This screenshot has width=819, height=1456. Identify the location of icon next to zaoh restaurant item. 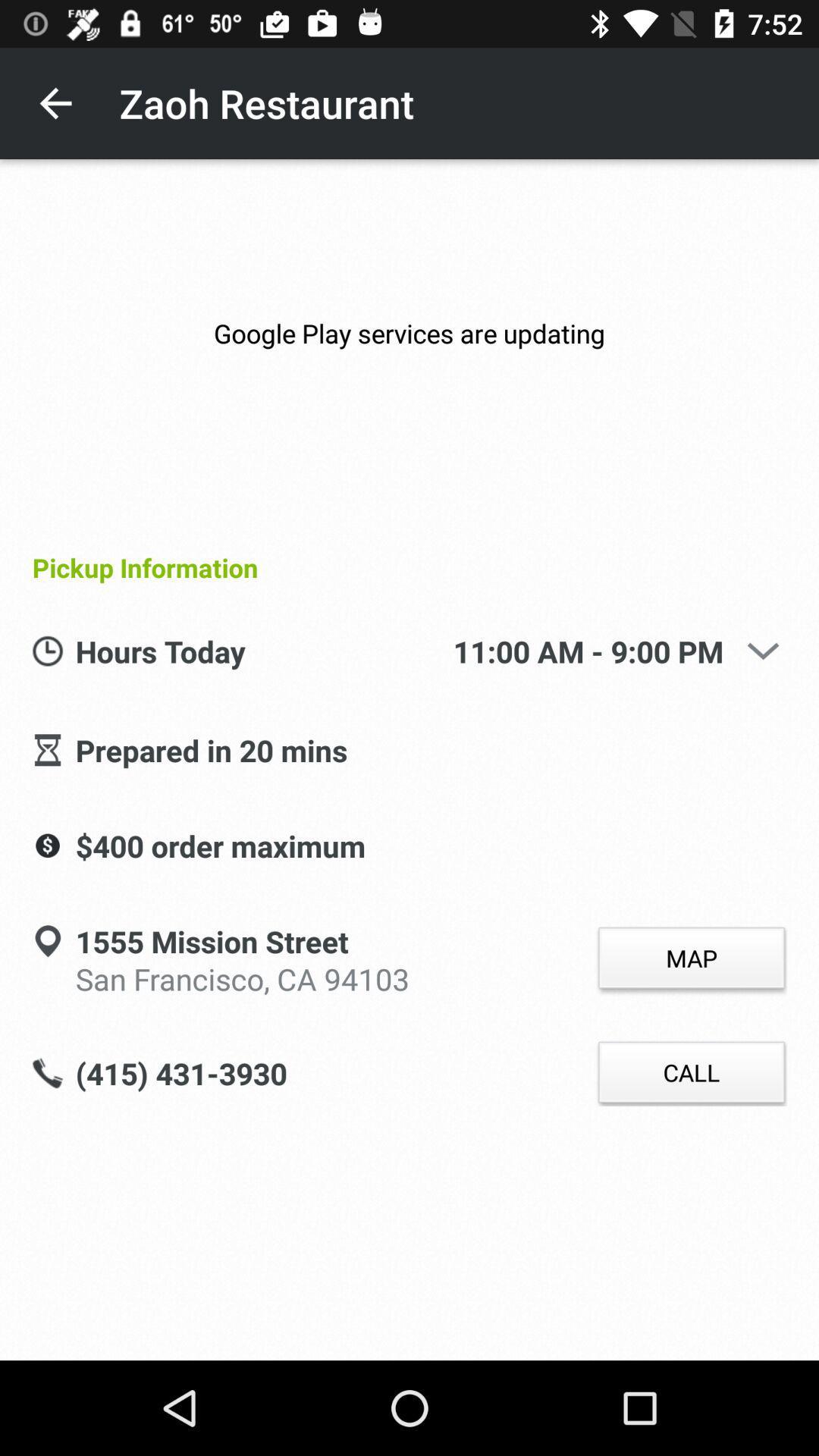
(55, 102).